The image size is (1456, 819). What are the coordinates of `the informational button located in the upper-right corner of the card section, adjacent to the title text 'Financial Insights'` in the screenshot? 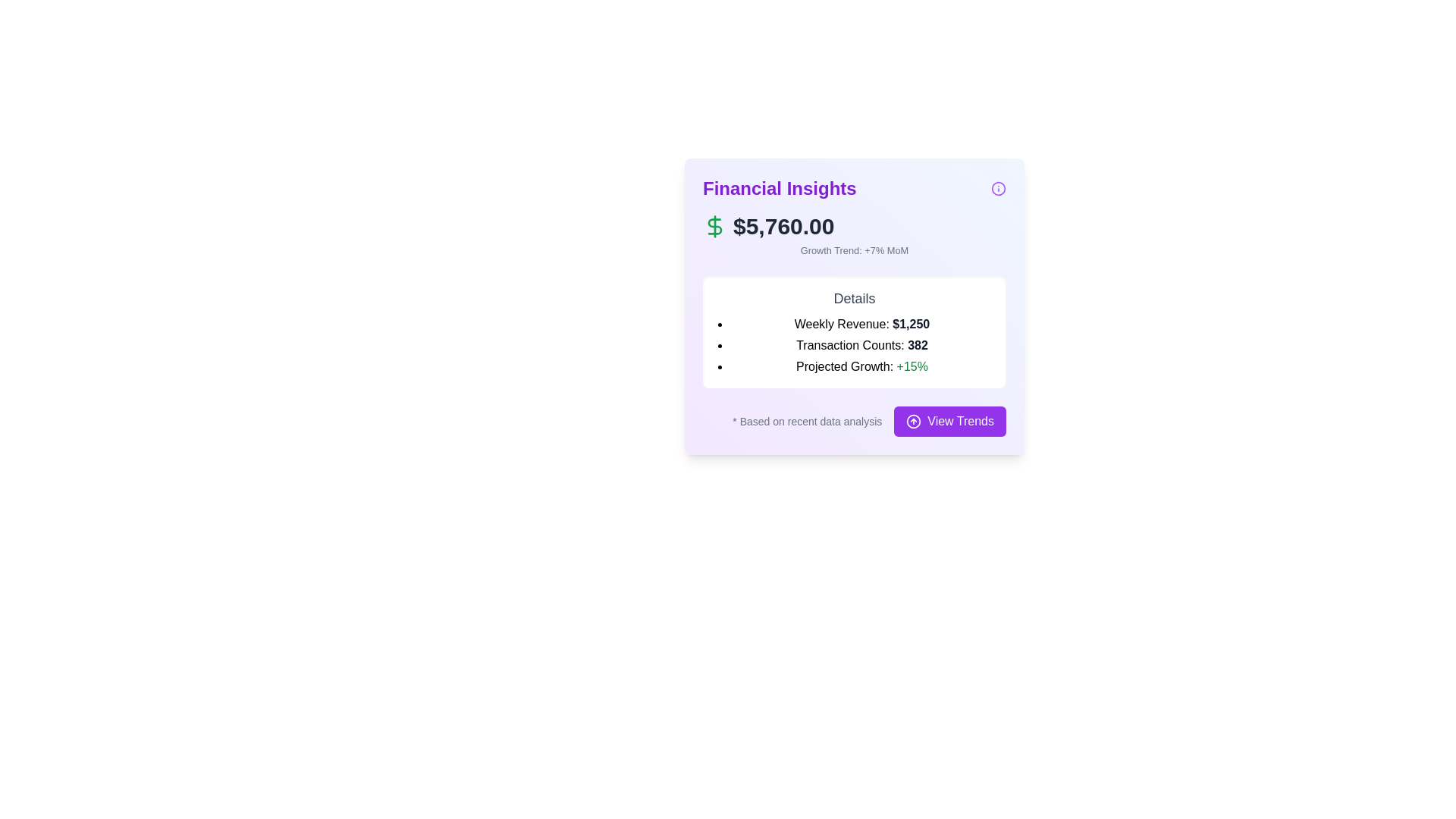 It's located at (998, 188).